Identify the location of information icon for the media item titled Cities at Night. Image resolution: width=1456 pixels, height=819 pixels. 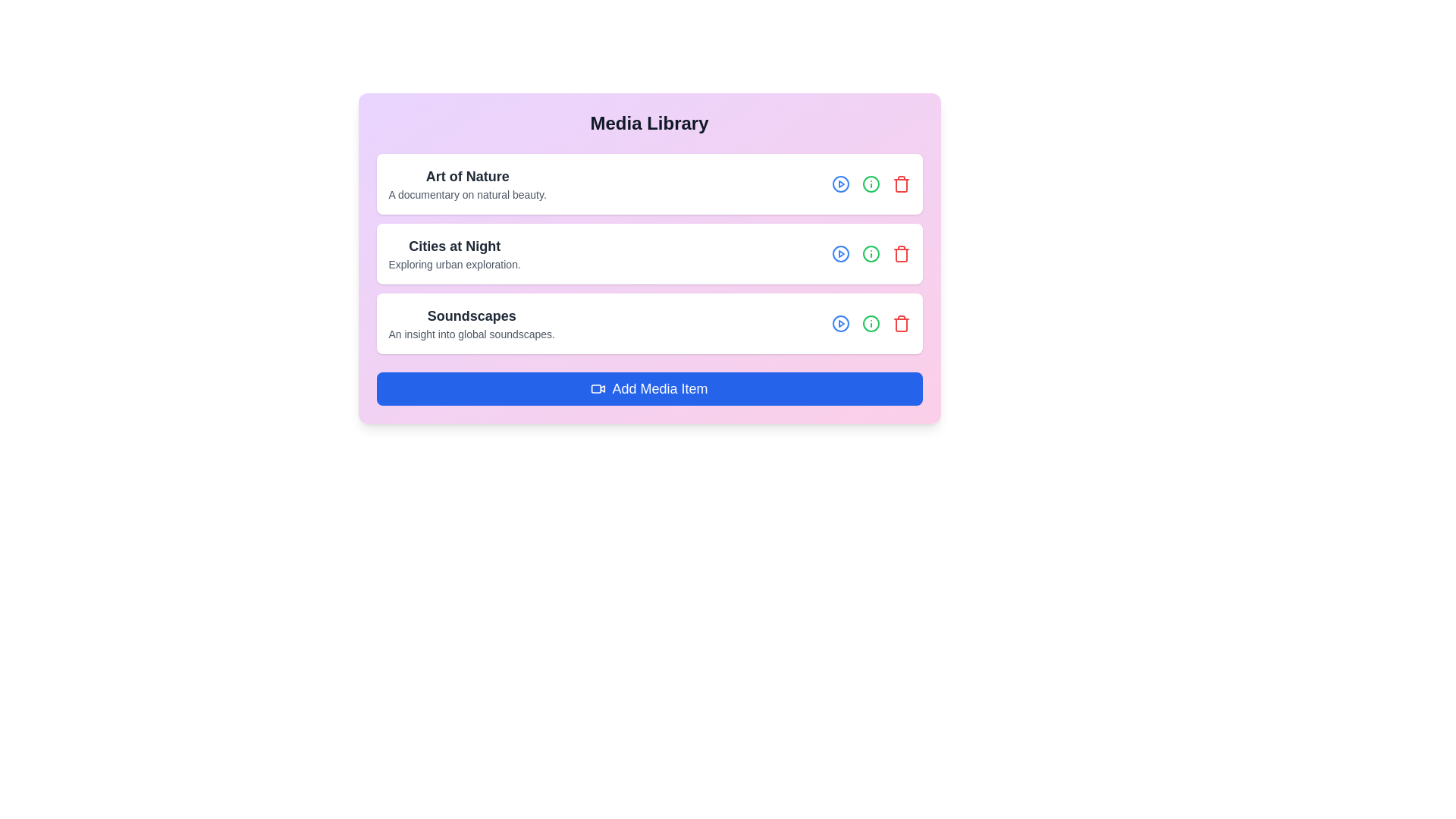
(871, 253).